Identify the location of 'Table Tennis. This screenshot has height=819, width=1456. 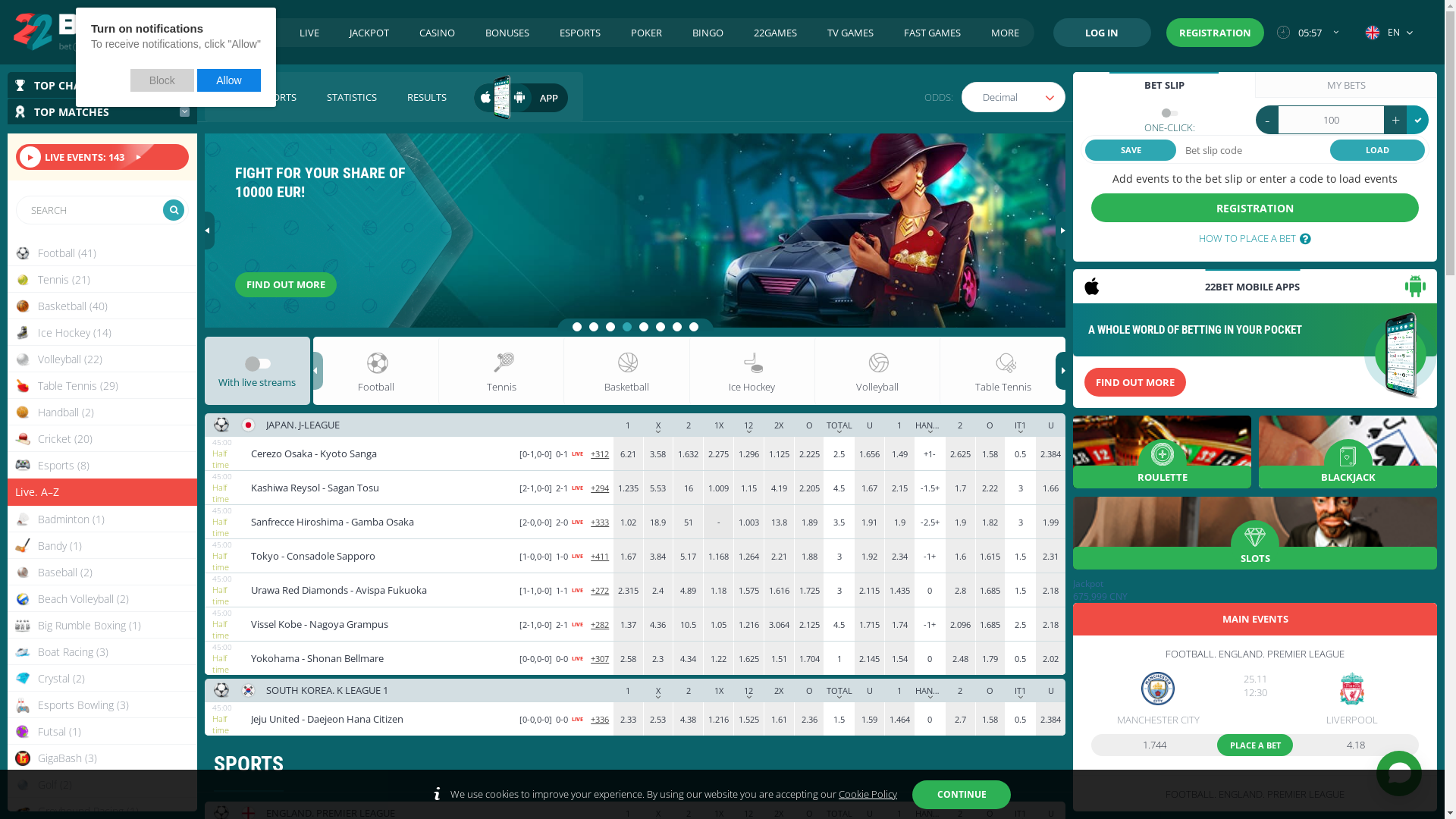
(7, 384).